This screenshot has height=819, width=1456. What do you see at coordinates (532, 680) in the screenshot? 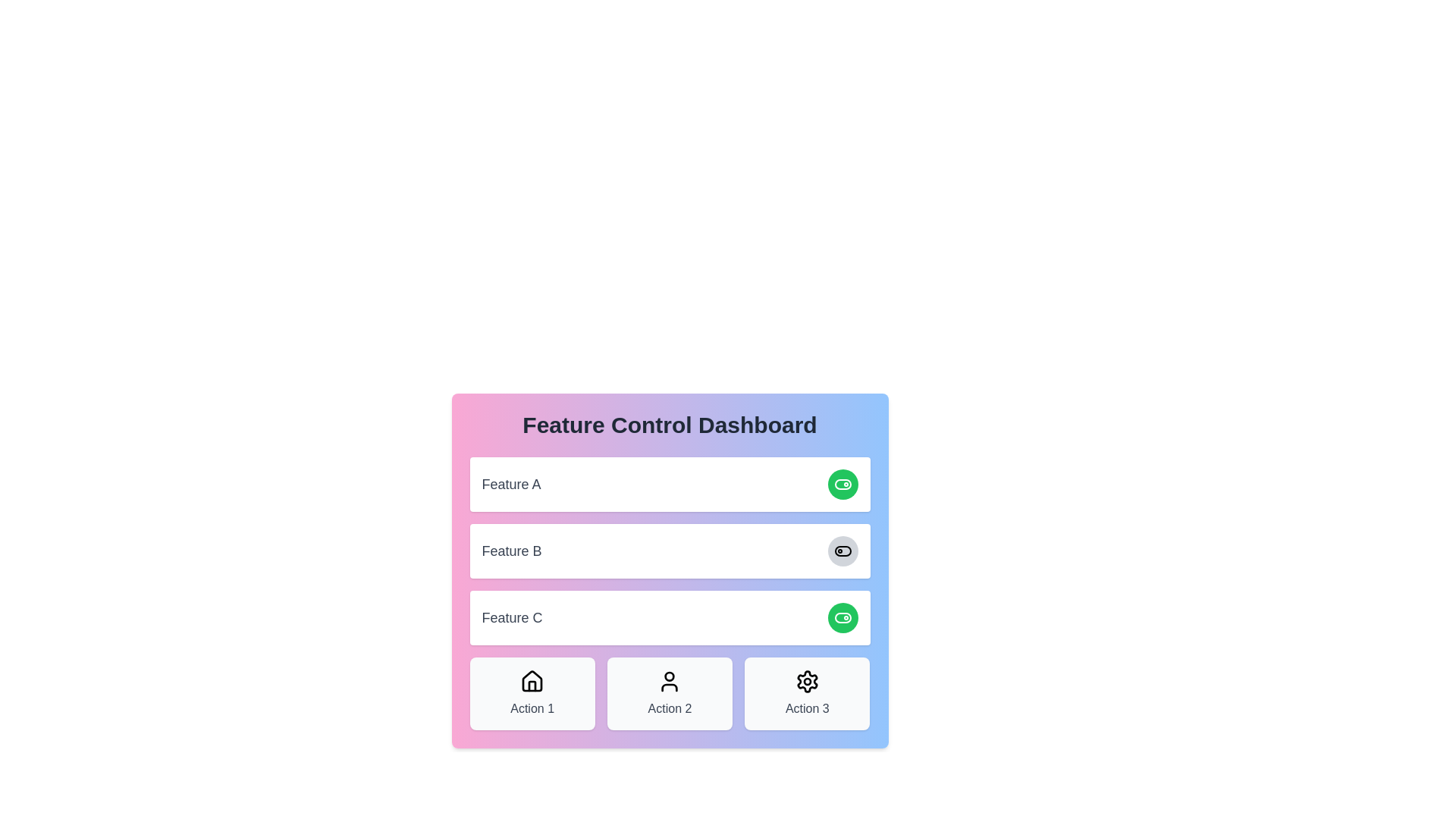
I see `the house icon located at the center of the 'Action 1' card` at bounding box center [532, 680].